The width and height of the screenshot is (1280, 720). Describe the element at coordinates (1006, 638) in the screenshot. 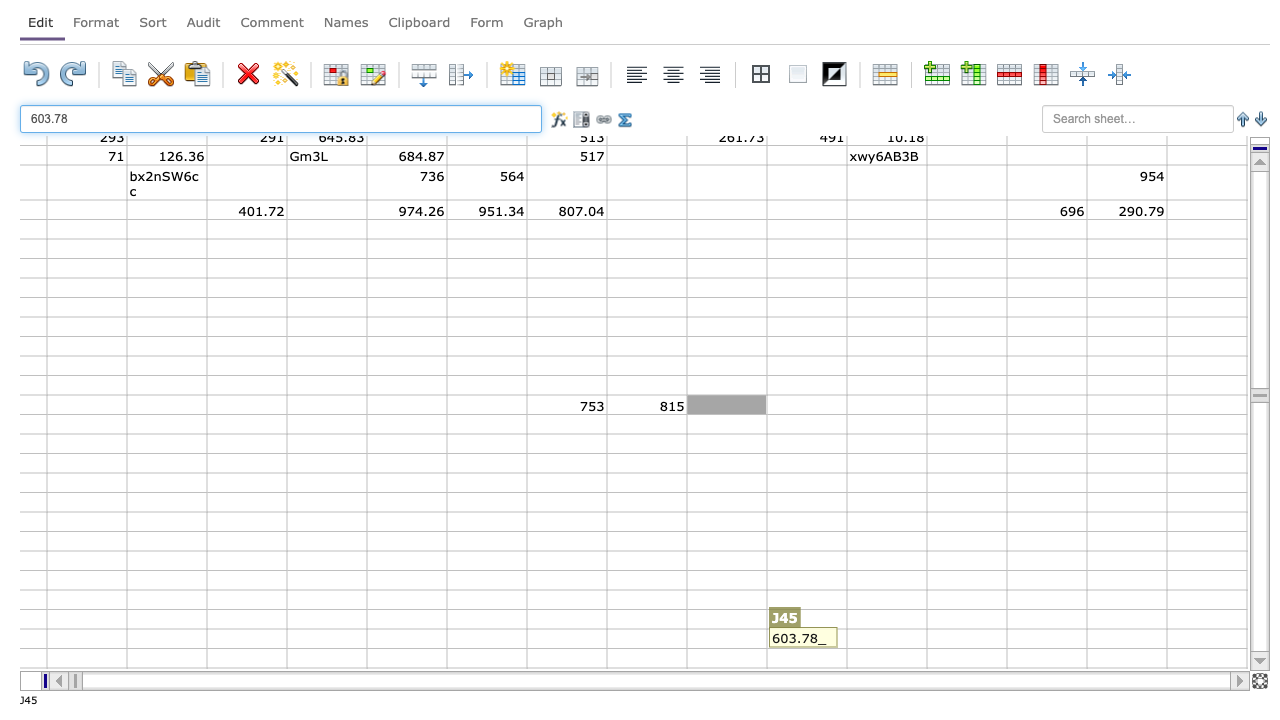

I see `right edge at column M row 57` at that location.